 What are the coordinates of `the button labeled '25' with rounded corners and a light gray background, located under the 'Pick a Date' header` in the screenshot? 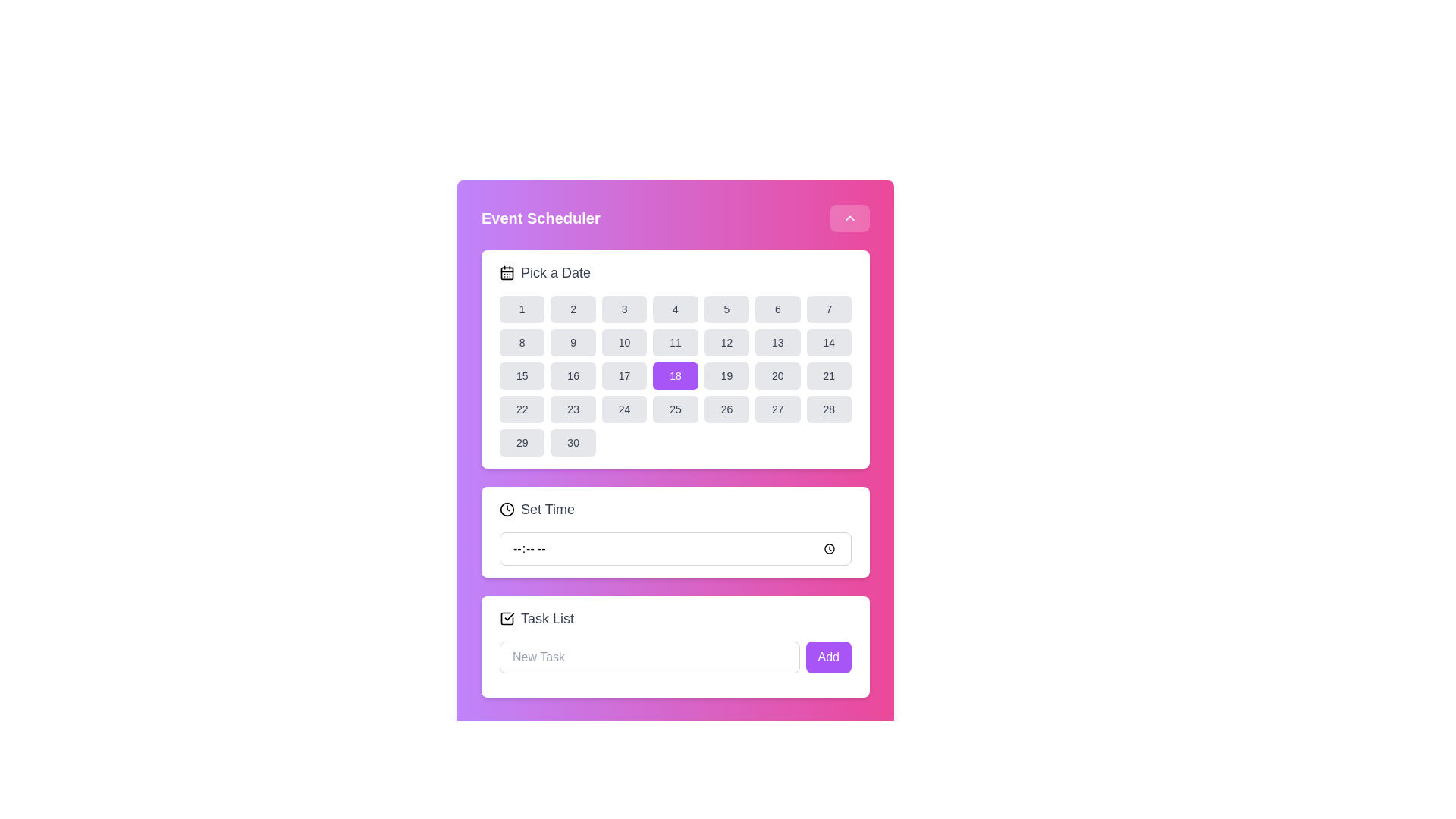 It's located at (675, 409).